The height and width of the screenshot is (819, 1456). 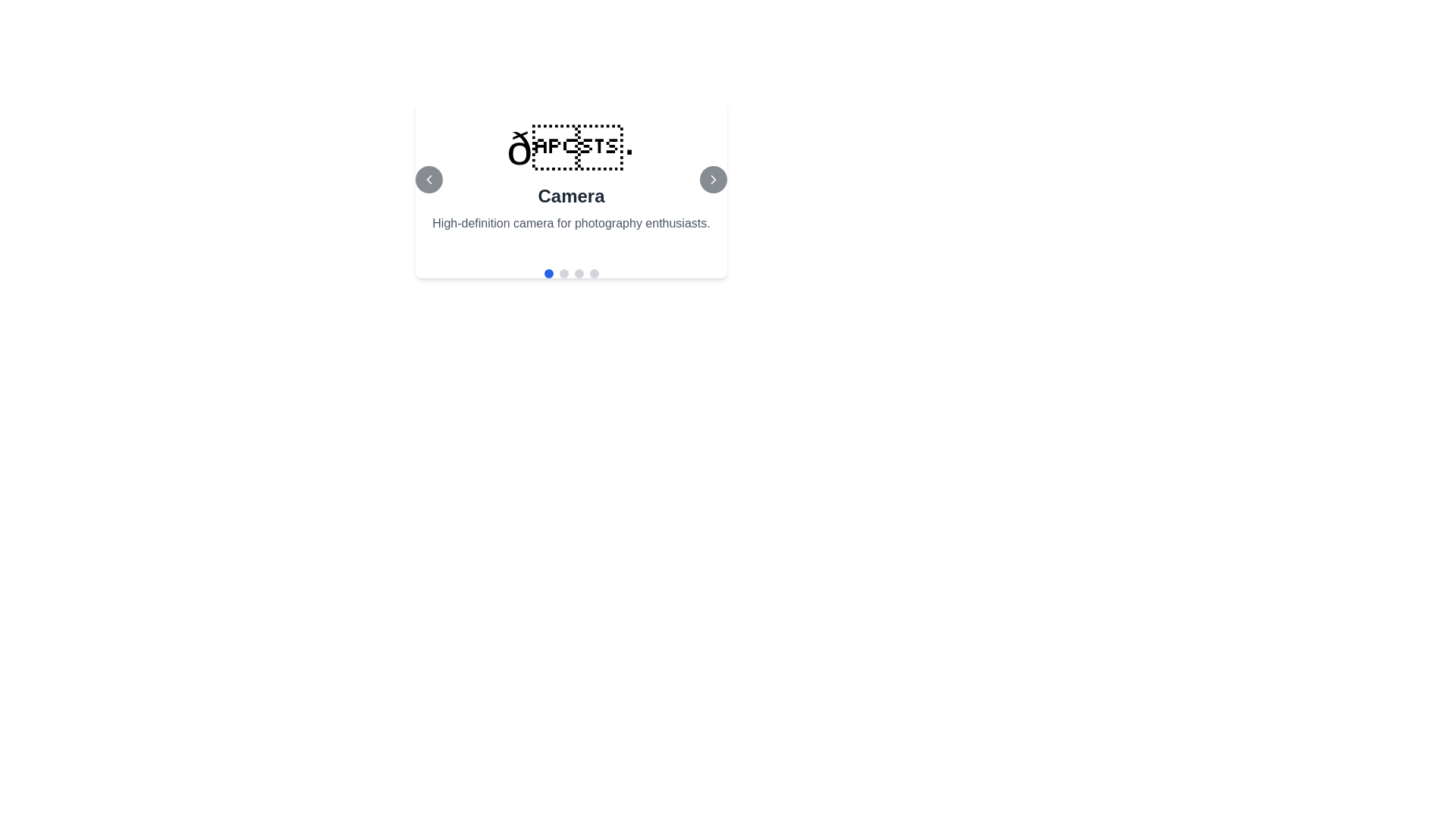 What do you see at coordinates (570, 274) in the screenshot?
I see `the blue active dot` at bounding box center [570, 274].